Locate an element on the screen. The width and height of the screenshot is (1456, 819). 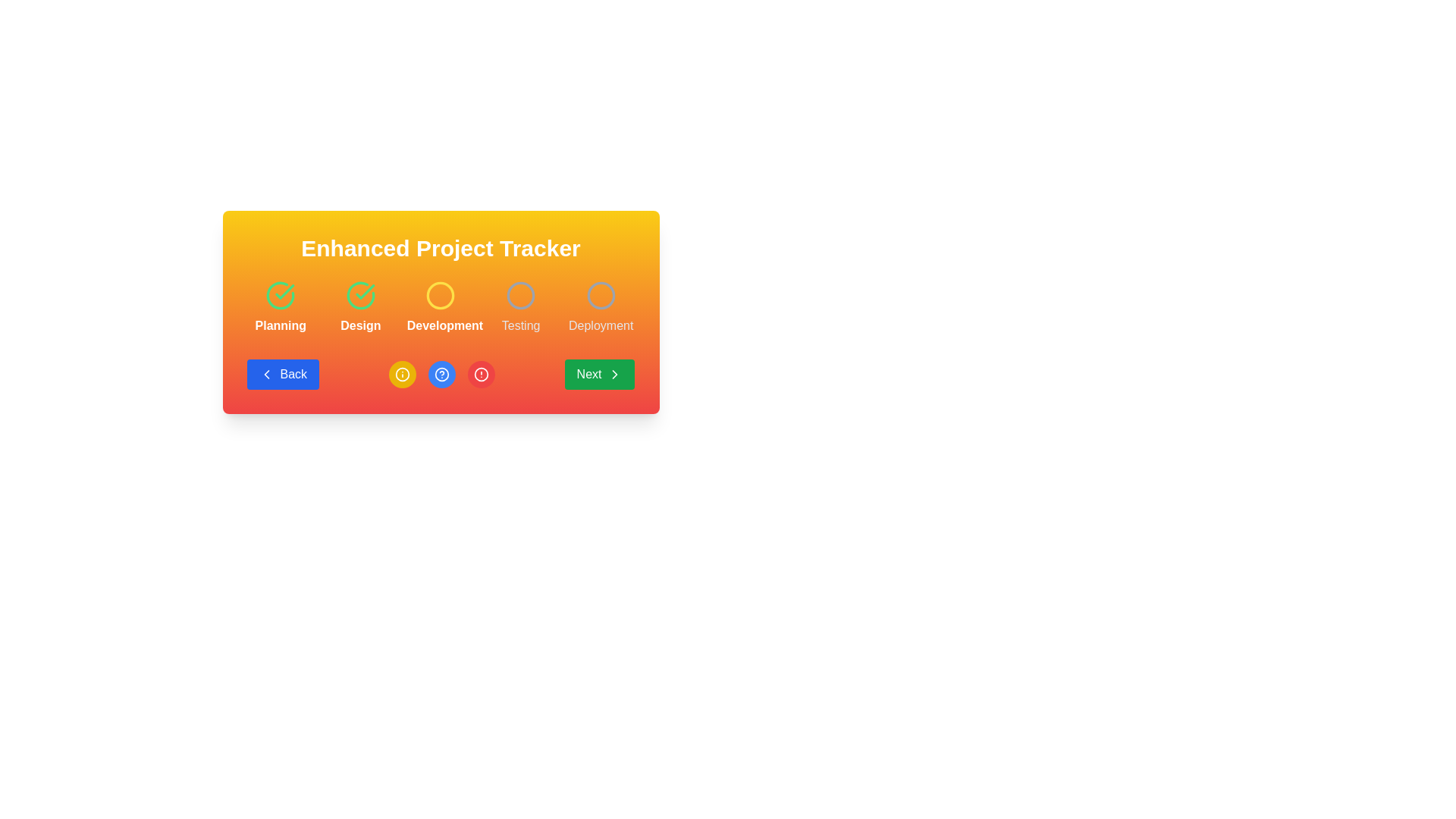
the fourth icon in the row, which serves as an indicator for the 'Testing' phase in the project tracking interface is located at coordinates (521, 295).